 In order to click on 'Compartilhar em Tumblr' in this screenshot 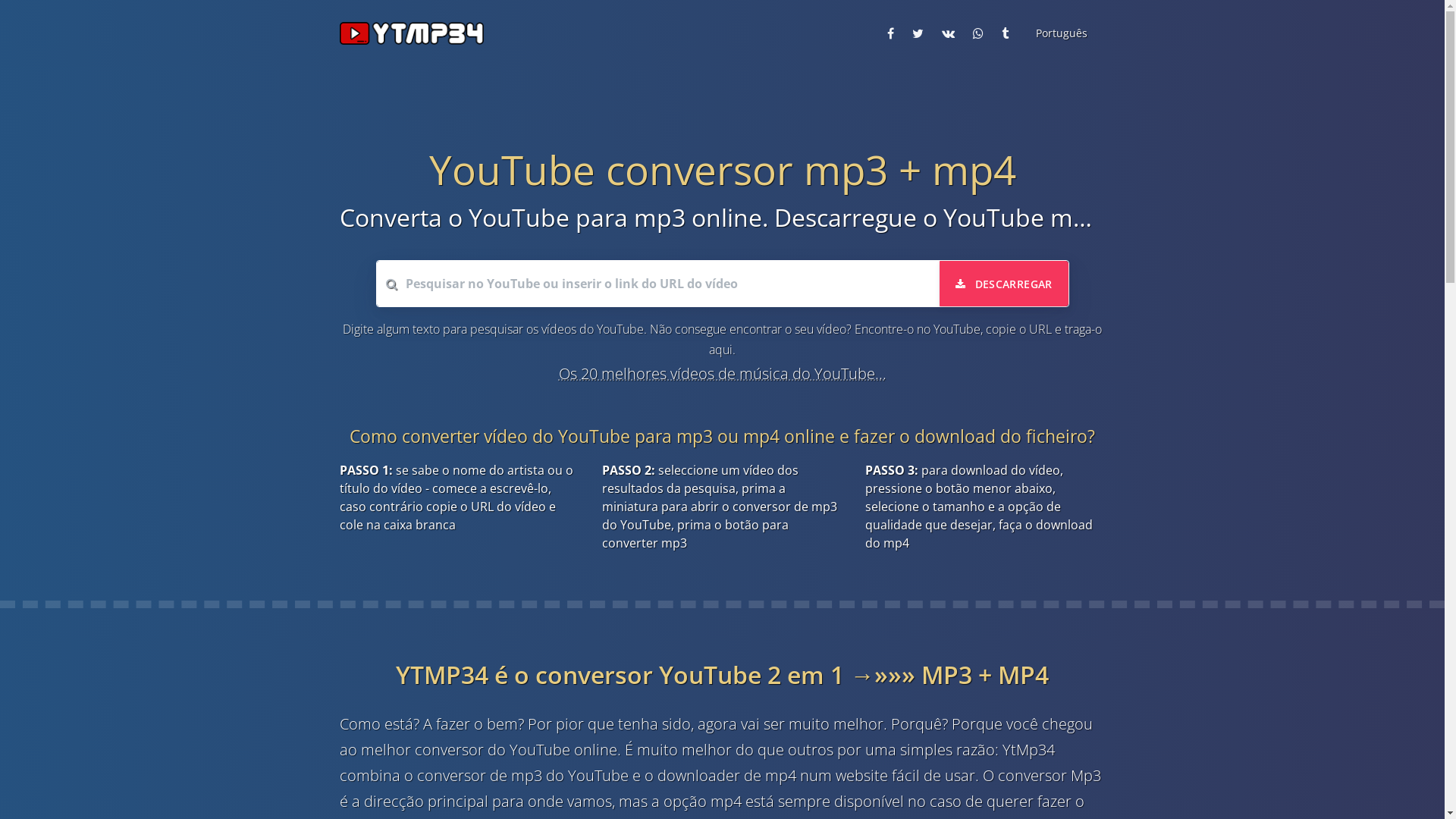, I will do `click(1004, 33)`.